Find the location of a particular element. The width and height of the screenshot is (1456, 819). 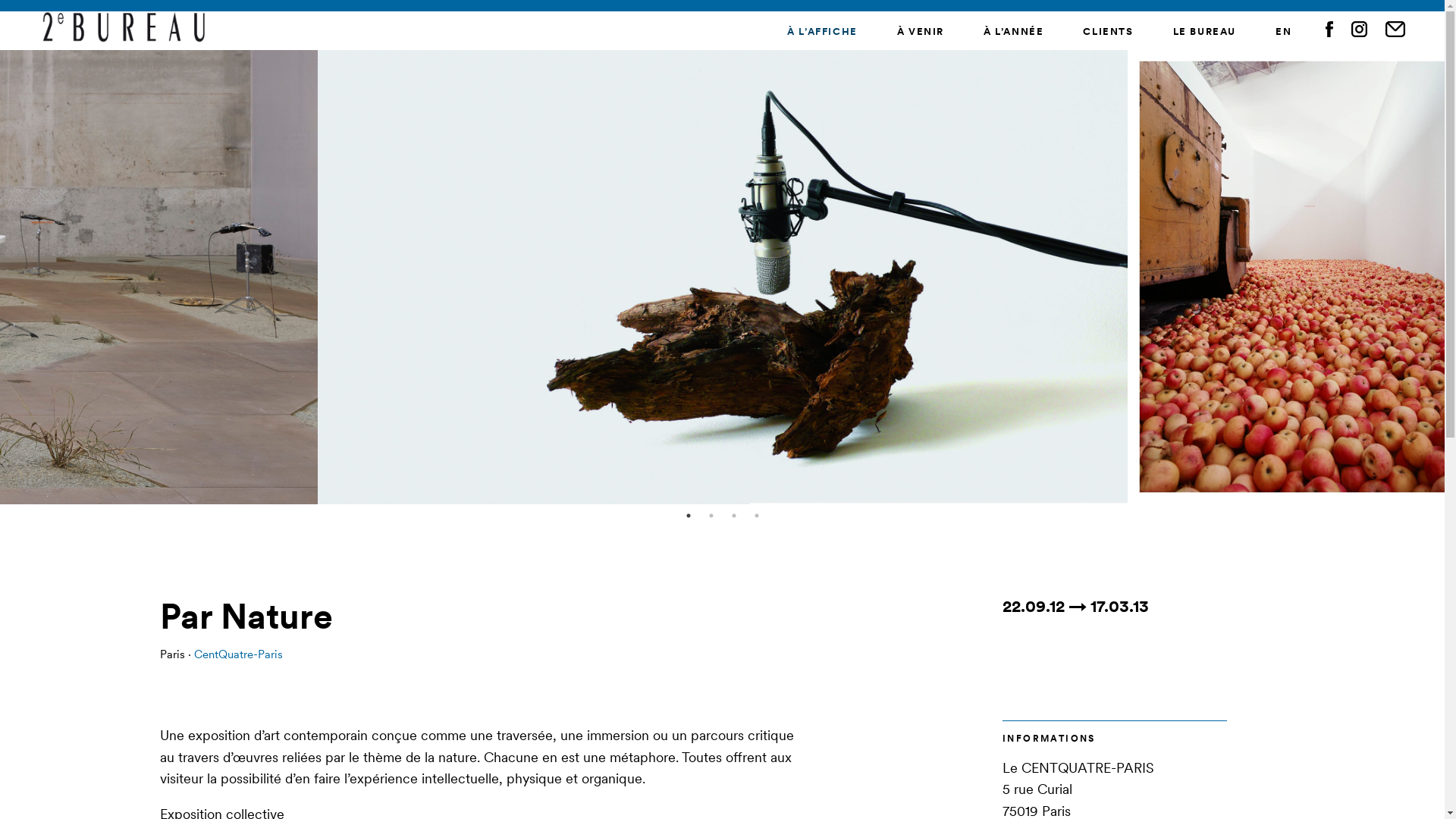

'4' is located at coordinates (757, 514).